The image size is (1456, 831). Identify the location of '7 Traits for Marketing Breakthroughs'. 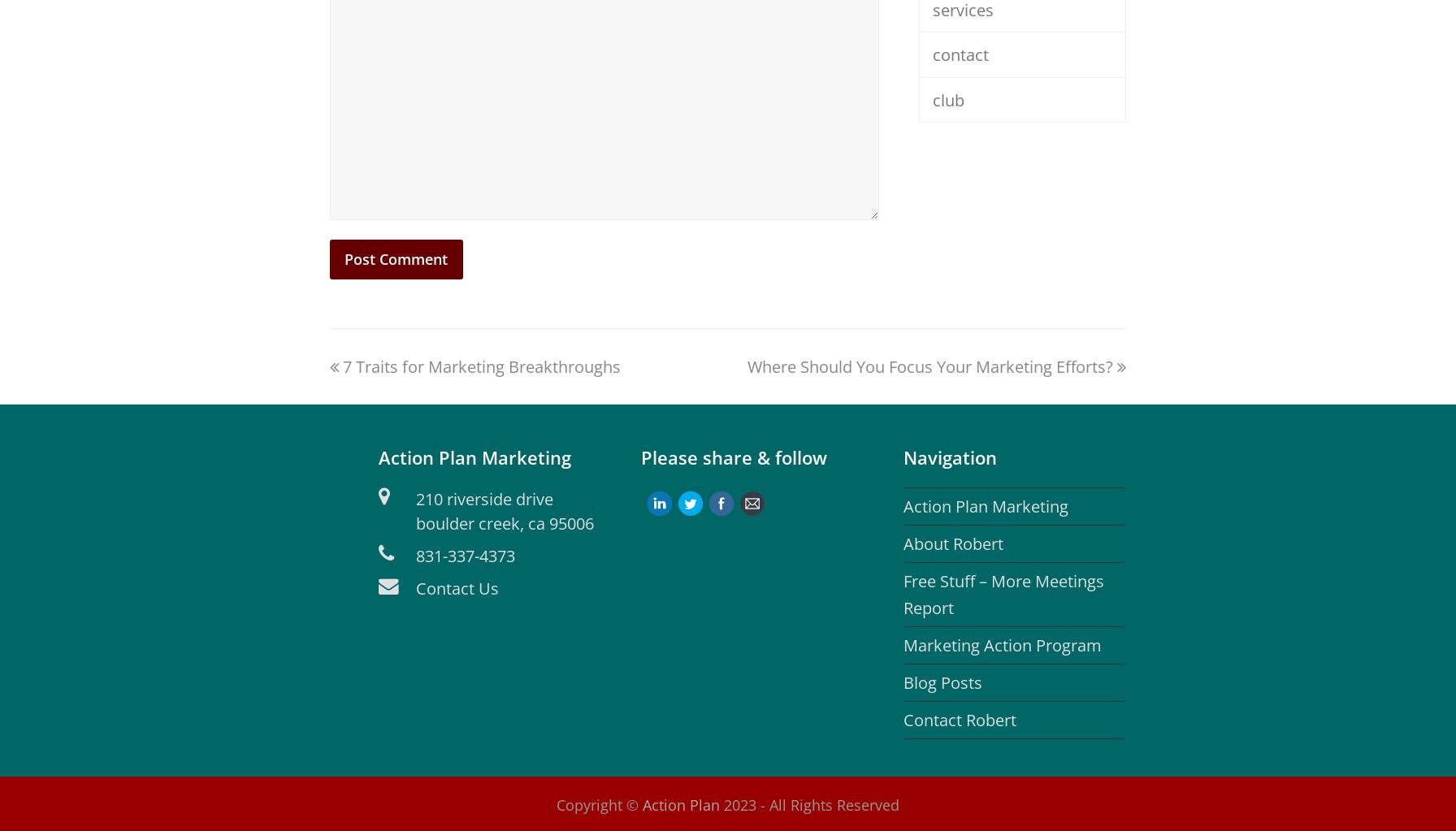
(481, 365).